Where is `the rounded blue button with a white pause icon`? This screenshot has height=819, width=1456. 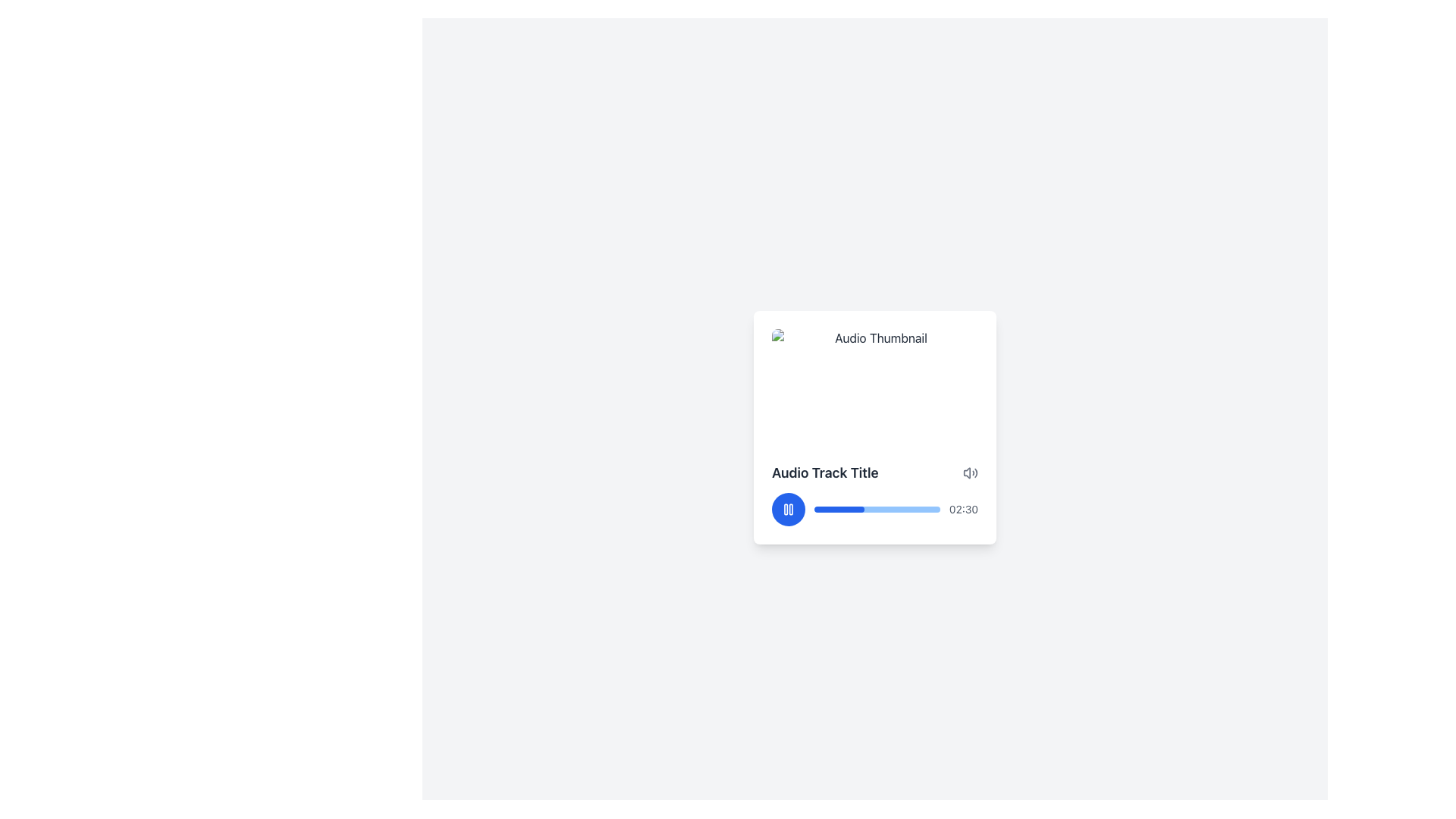
the rounded blue button with a white pause icon is located at coordinates (789, 509).